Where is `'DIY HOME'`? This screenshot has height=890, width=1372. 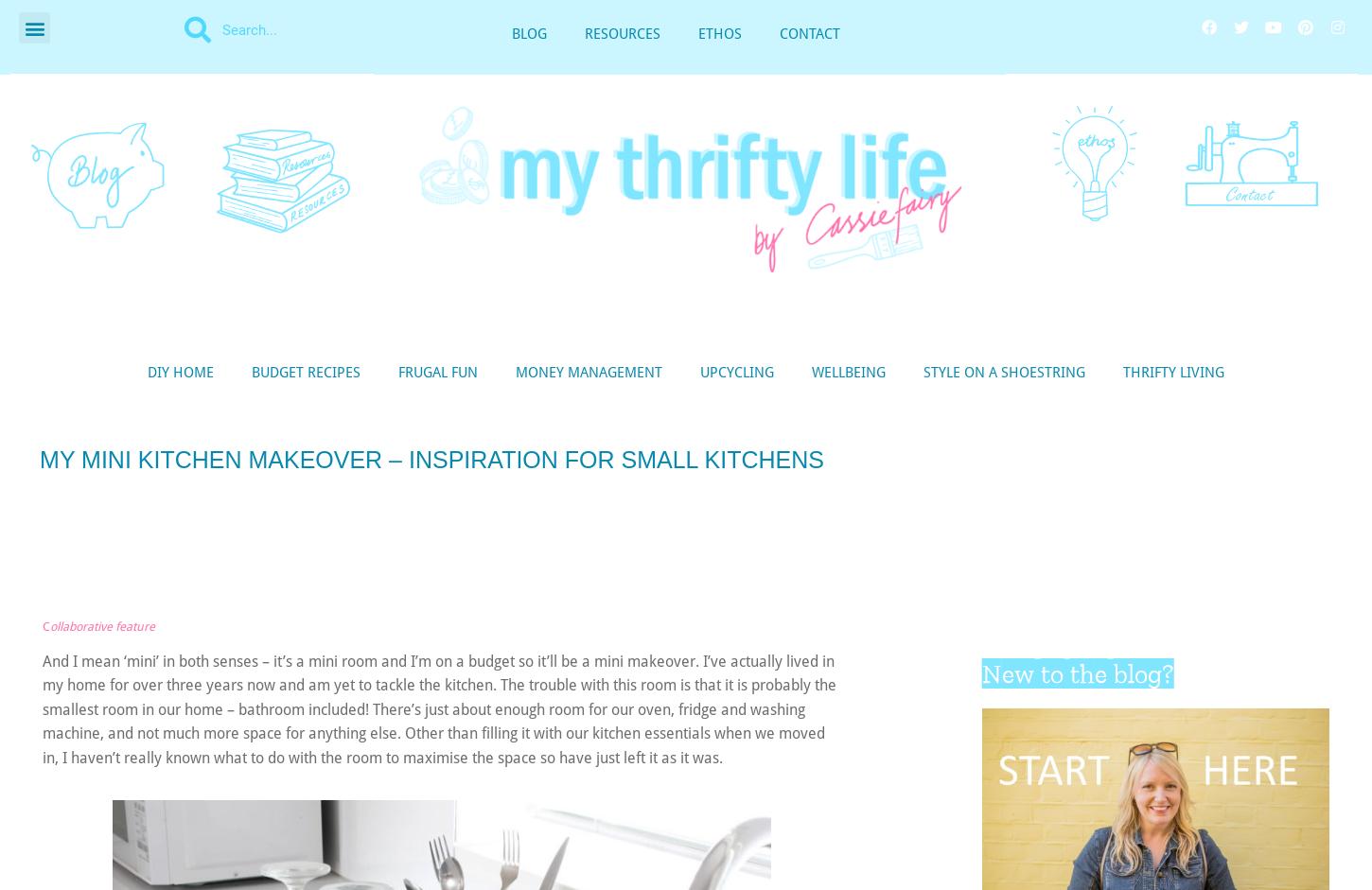 'DIY HOME' is located at coordinates (179, 371).